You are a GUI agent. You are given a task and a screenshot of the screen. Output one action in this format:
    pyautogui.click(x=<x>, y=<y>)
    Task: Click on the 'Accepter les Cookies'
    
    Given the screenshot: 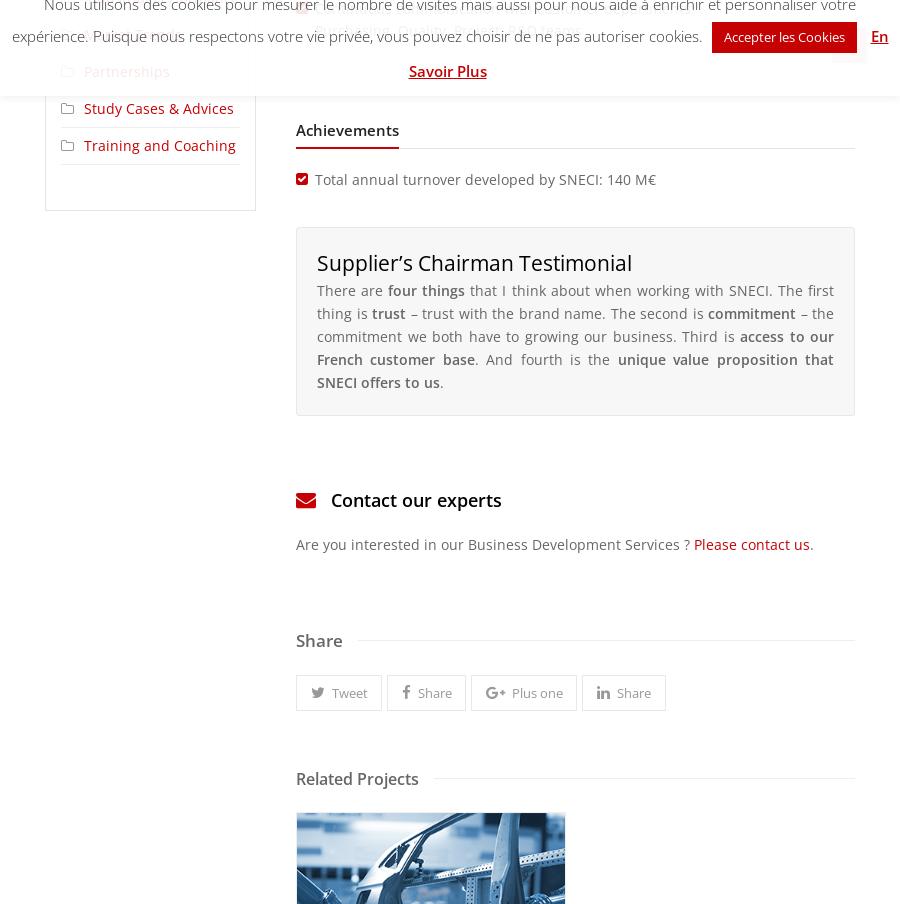 What is the action you would take?
    pyautogui.click(x=782, y=34)
    